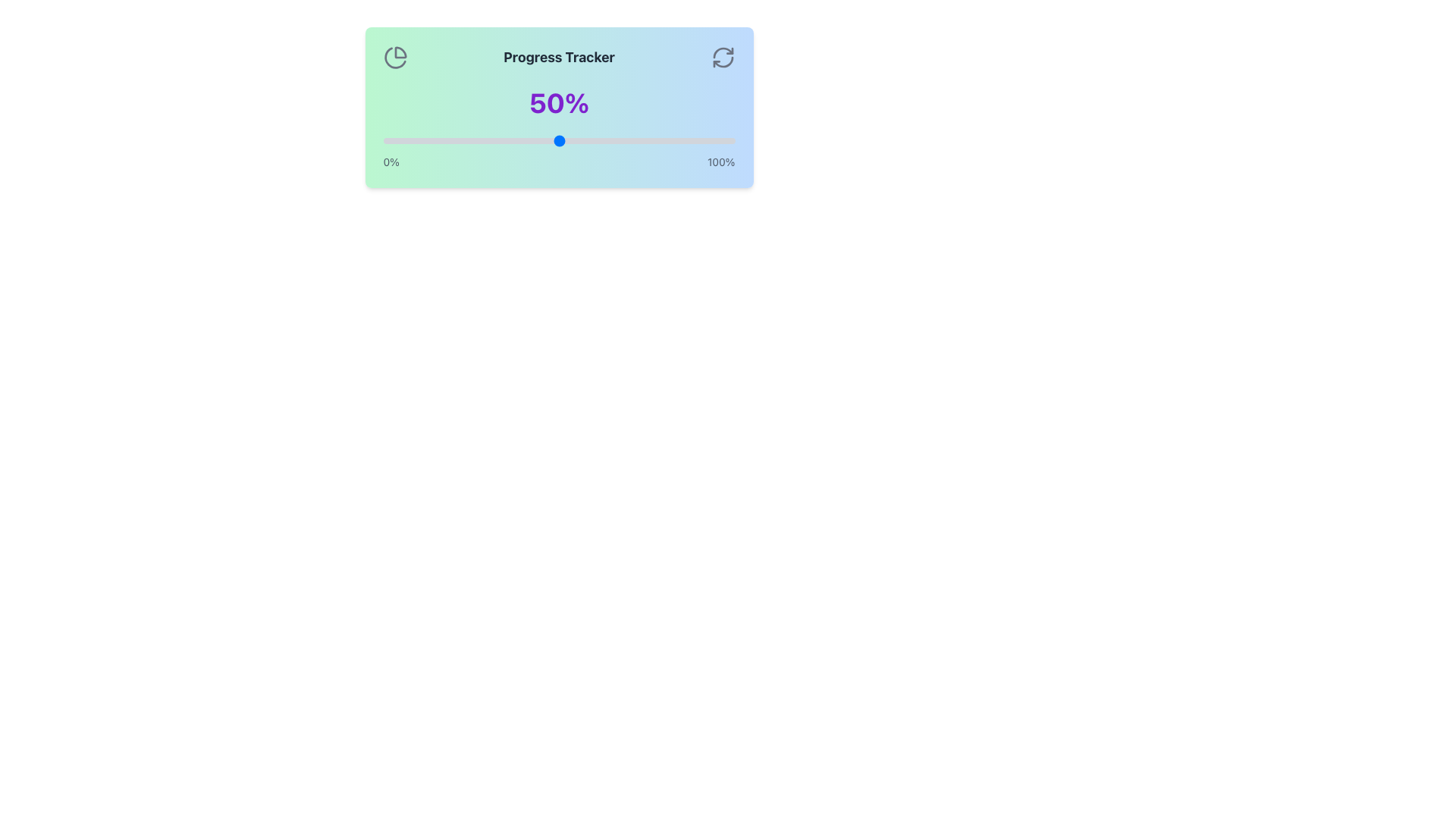 The image size is (1456, 819). I want to click on the text label positioned at the top section of the UI, which provides context for the progress indicator and controls, located between the pie chart icon and the refresh icon, so click(558, 57).